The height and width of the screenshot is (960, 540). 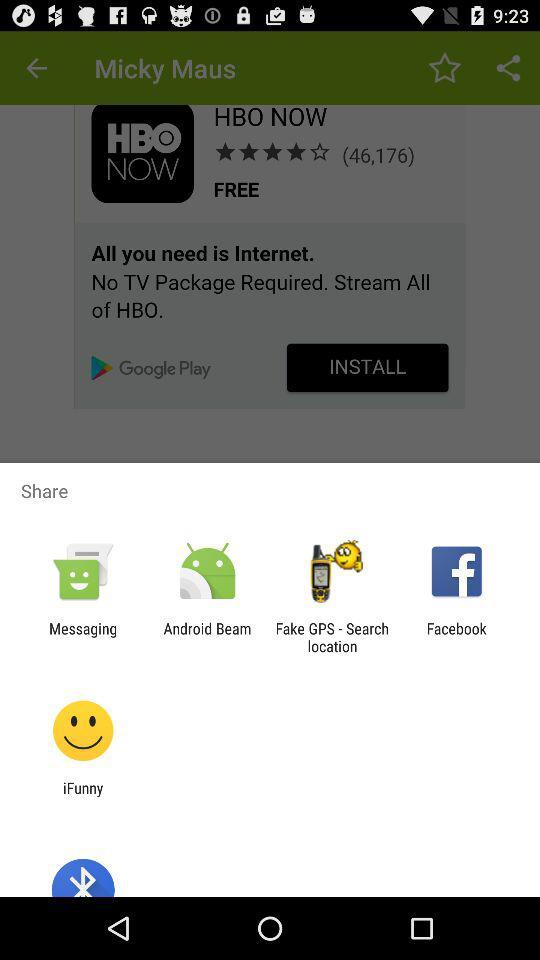 What do you see at coordinates (82, 636) in the screenshot?
I see `icon to the left of android beam app` at bounding box center [82, 636].